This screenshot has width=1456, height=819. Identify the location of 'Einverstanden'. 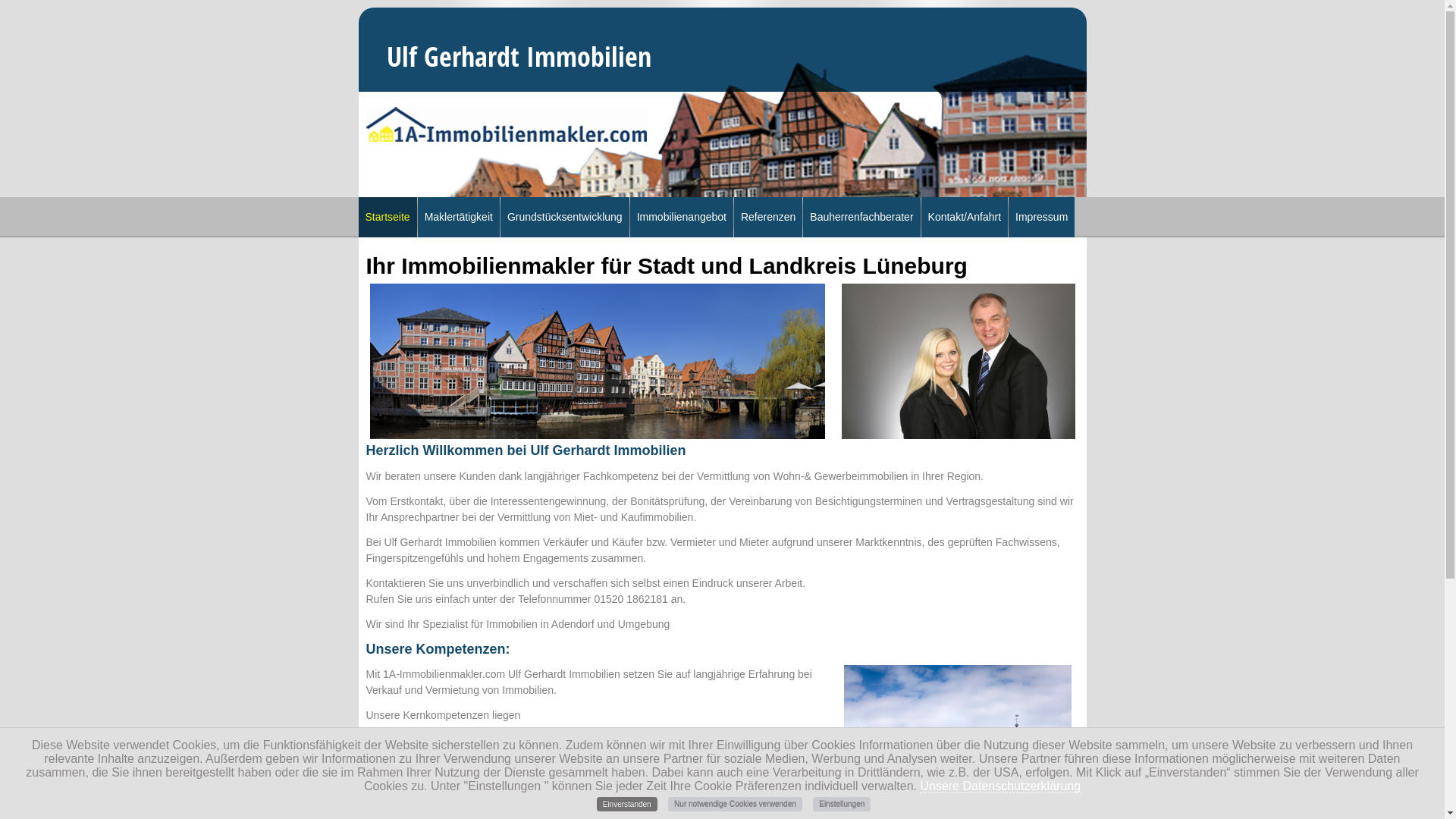
(626, 803).